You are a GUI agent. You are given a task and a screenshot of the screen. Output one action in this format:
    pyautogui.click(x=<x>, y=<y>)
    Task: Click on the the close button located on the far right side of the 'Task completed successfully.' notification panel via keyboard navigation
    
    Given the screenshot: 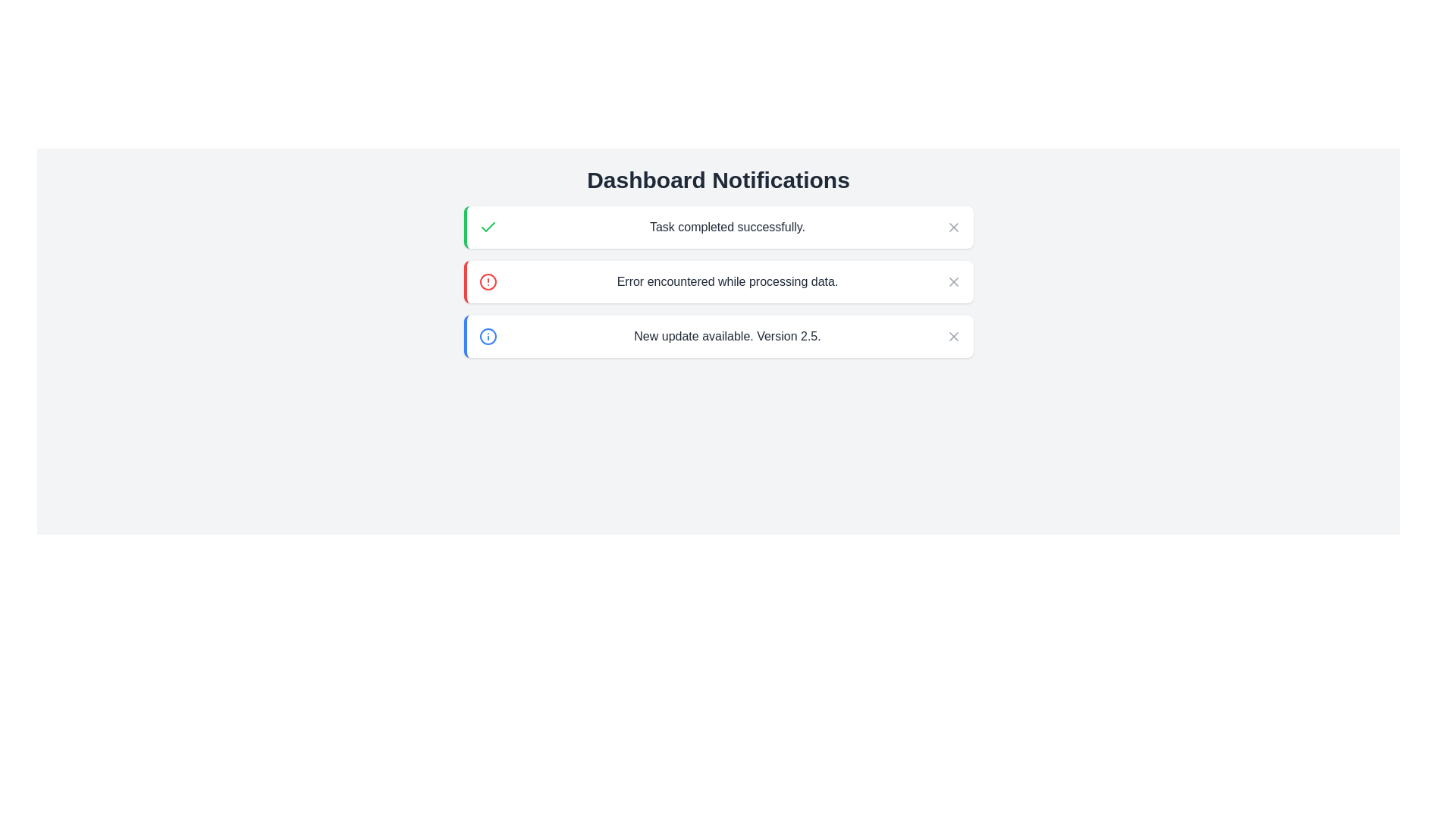 What is the action you would take?
    pyautogui.click(x=952, y=227)
    